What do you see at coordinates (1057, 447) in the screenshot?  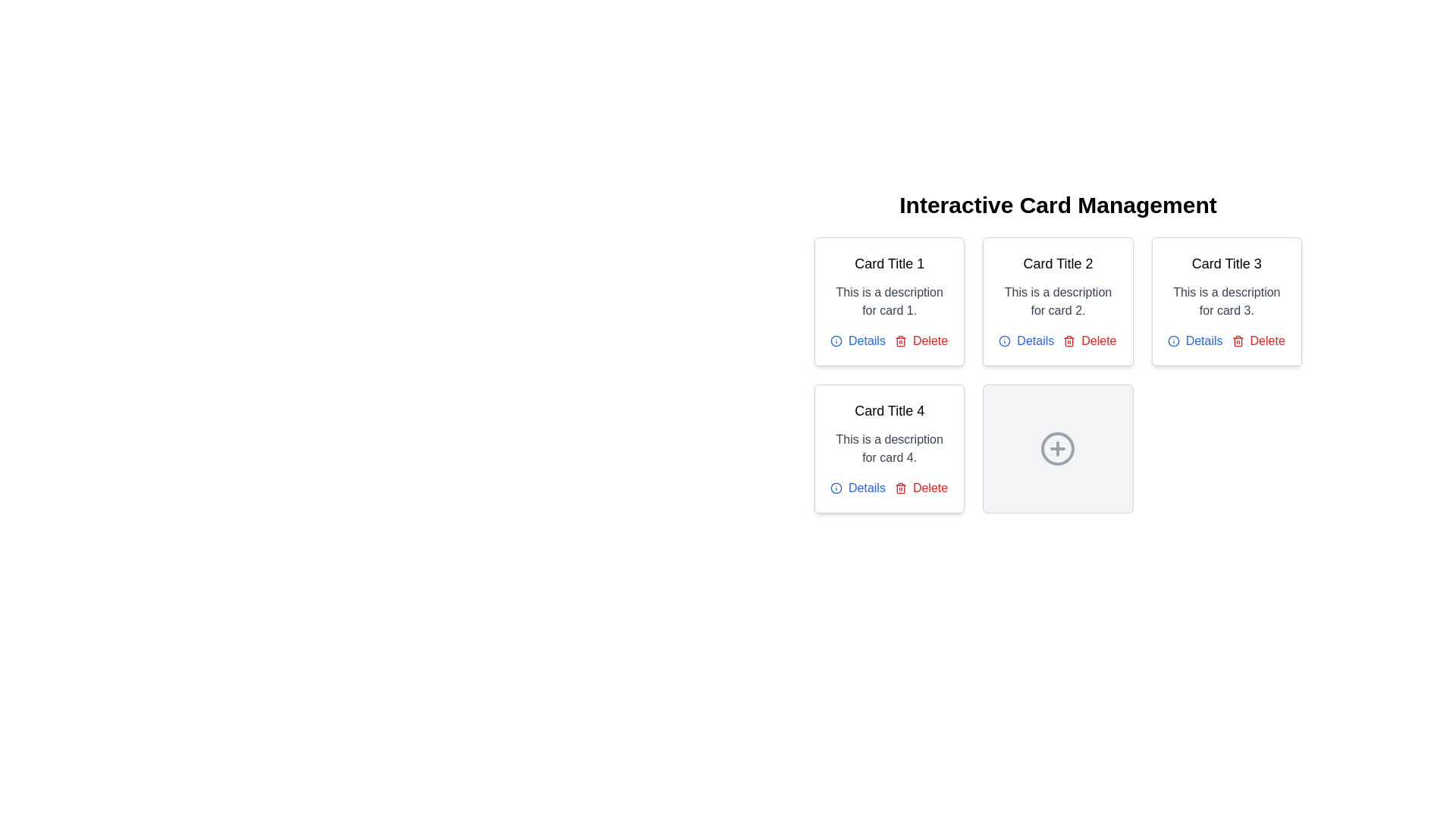 I see `the 'add' icon button located at the bottom-right of the card beneath 'Card Title 4'` at bounding box center [1057, 447].